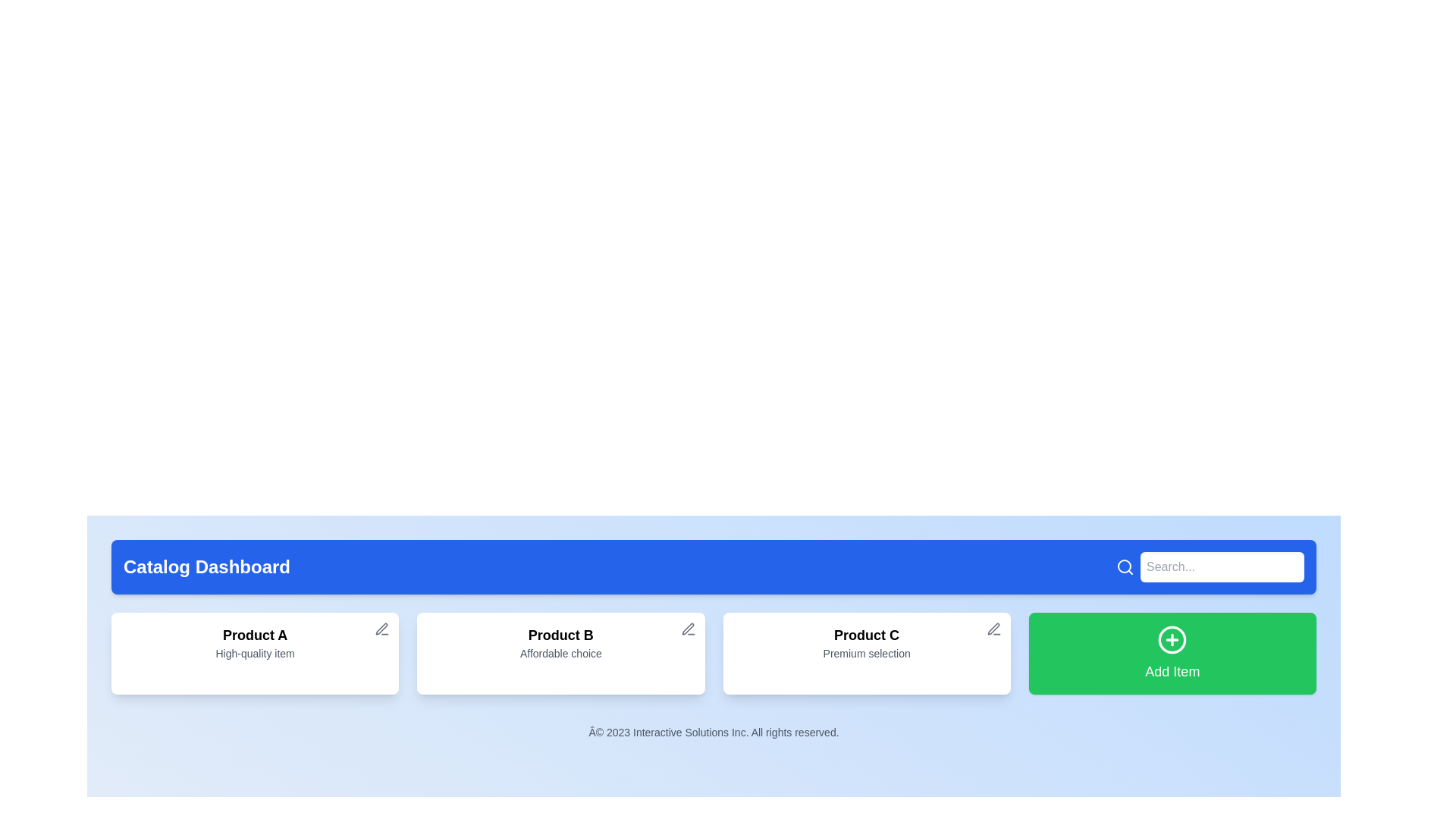 This screenshot has width=1456, height=819. Describe the element at coordinates (1125, 567) in the screenshot. I see `the search icon button located at the top-right corner of the blue bar, immediately to the left of the 'Search...' text input field` at that location.